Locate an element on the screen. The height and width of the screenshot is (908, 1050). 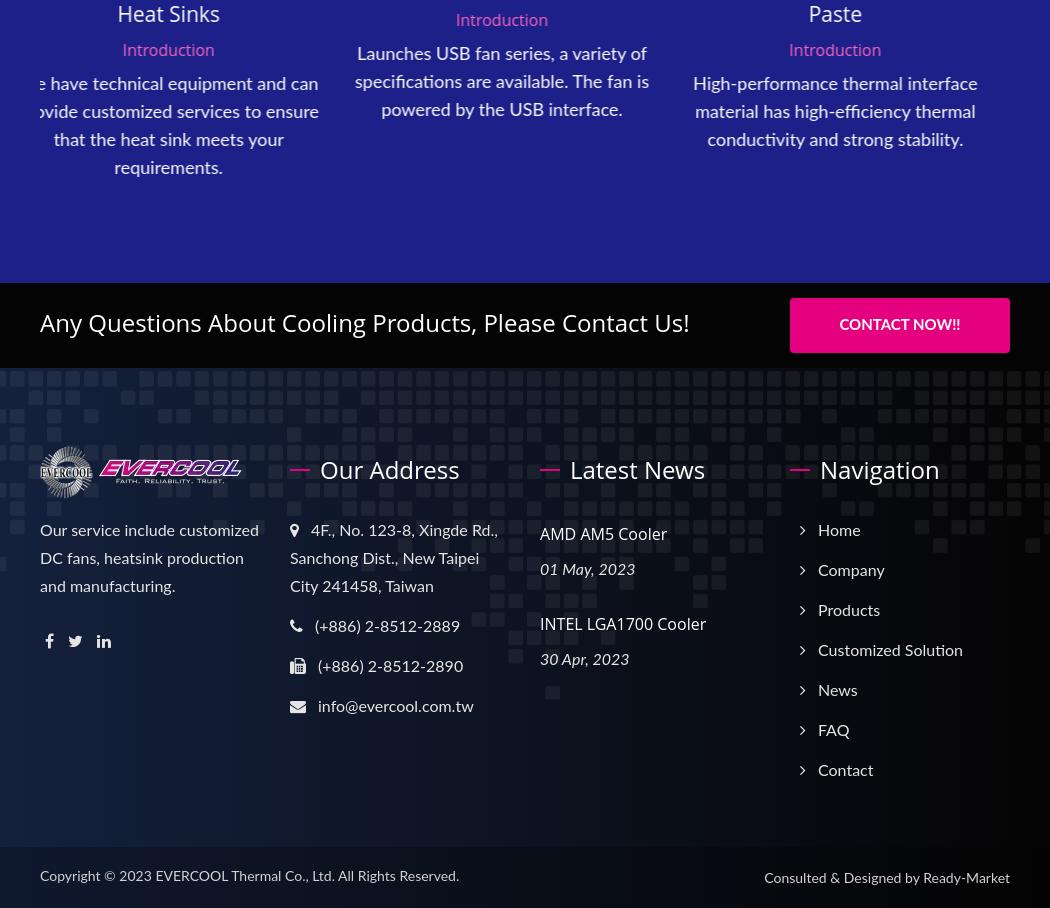
'01 May, 2023' is located at coordinates (586, 570).